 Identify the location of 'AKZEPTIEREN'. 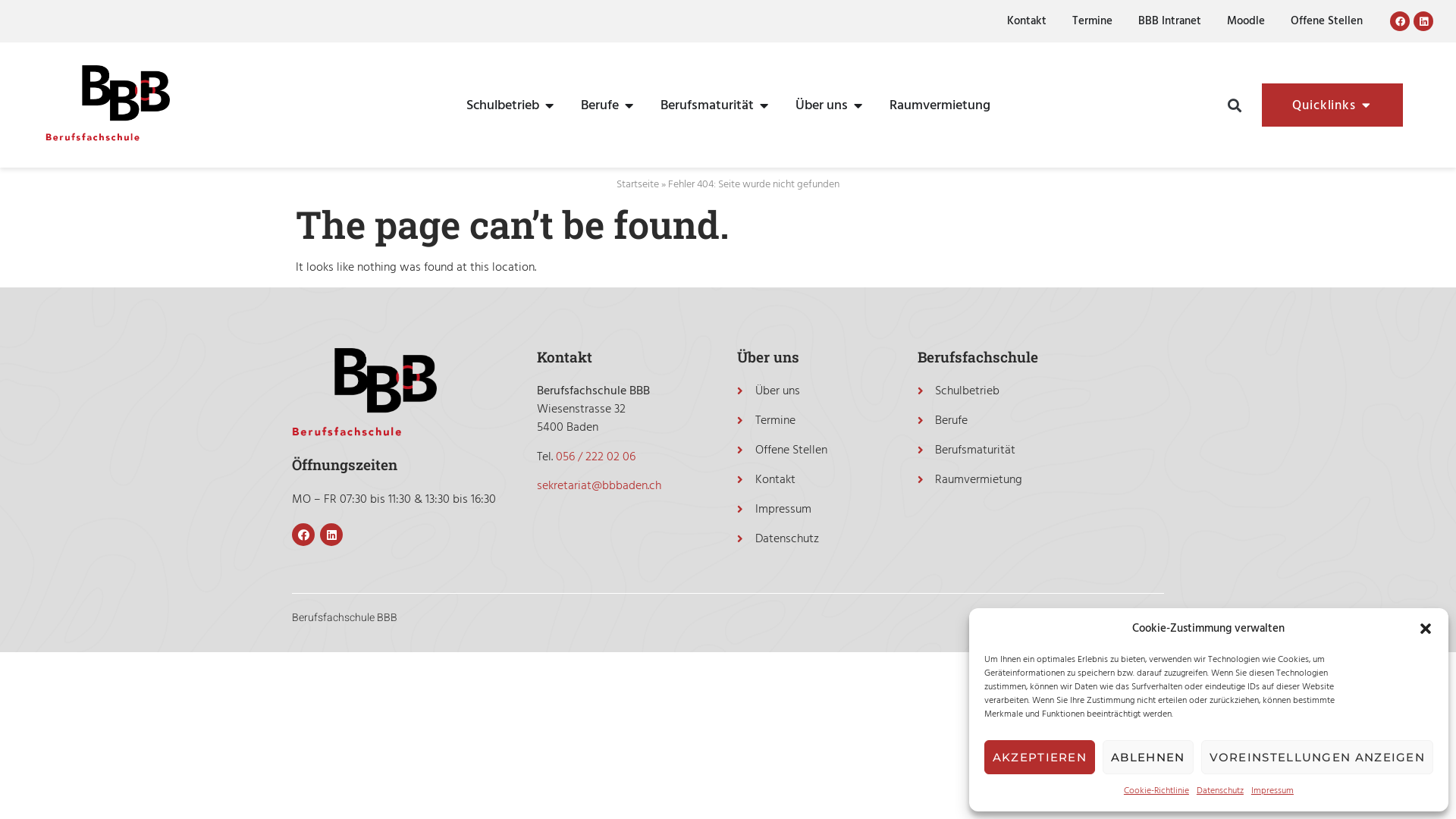
(984, 757).